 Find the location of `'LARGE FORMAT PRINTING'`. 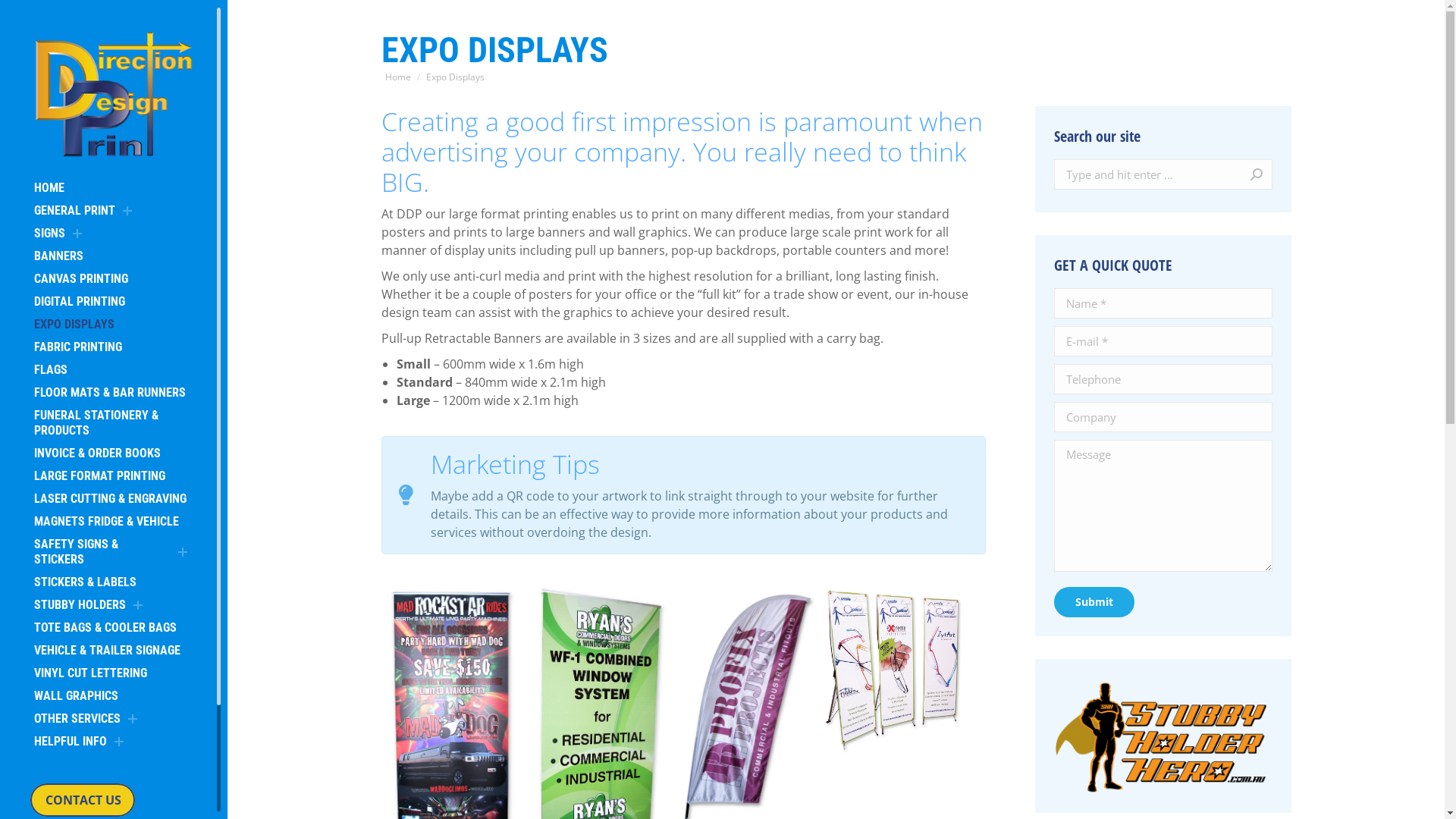

'LARGE FORMAT PRINTING' is located at coordinates (30, 475).